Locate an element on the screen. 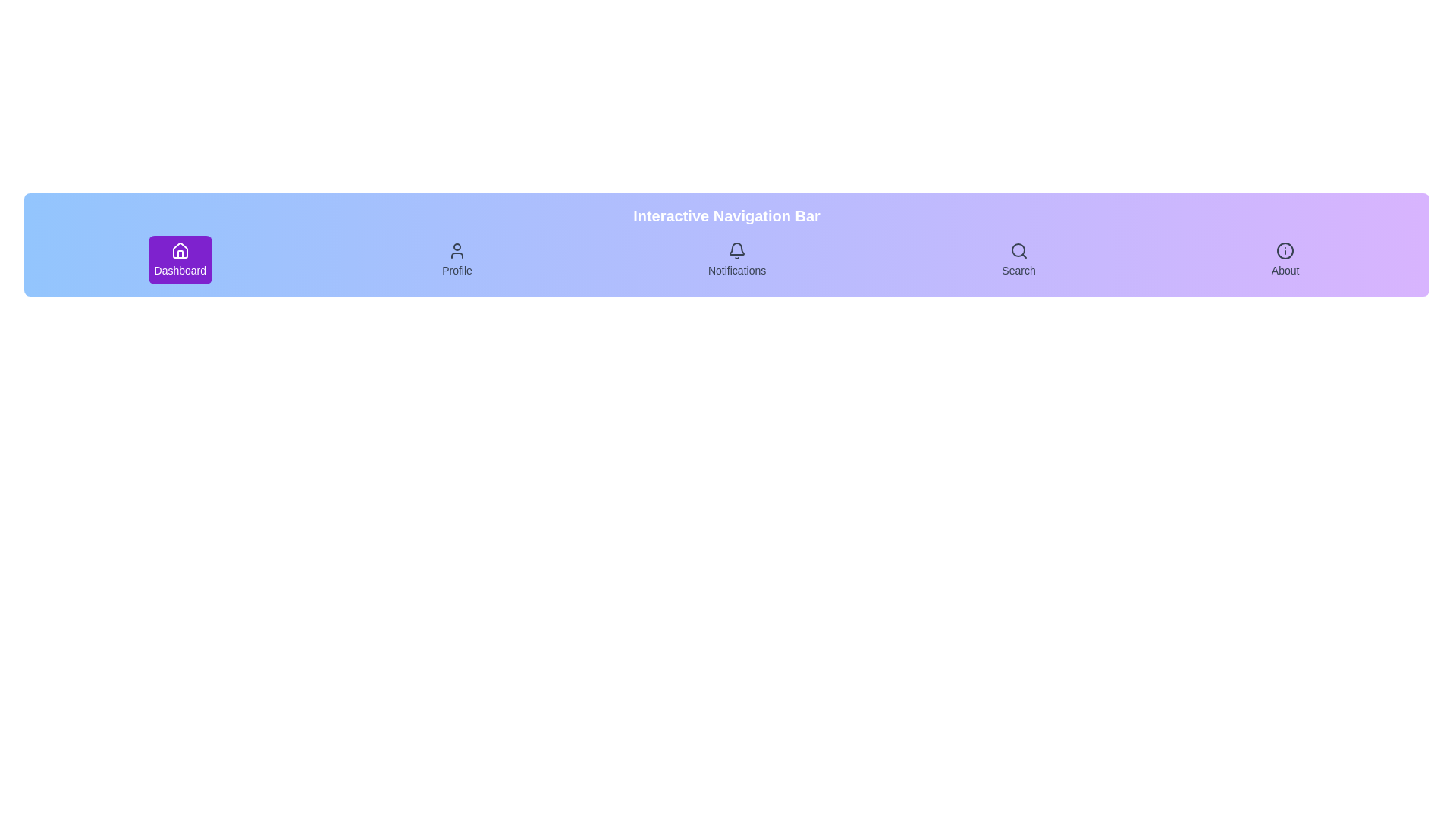 Image resolution: width=1456 pixels, height=819 pixels. the icon of the navigation item About is located at coordinates (1285, 250).